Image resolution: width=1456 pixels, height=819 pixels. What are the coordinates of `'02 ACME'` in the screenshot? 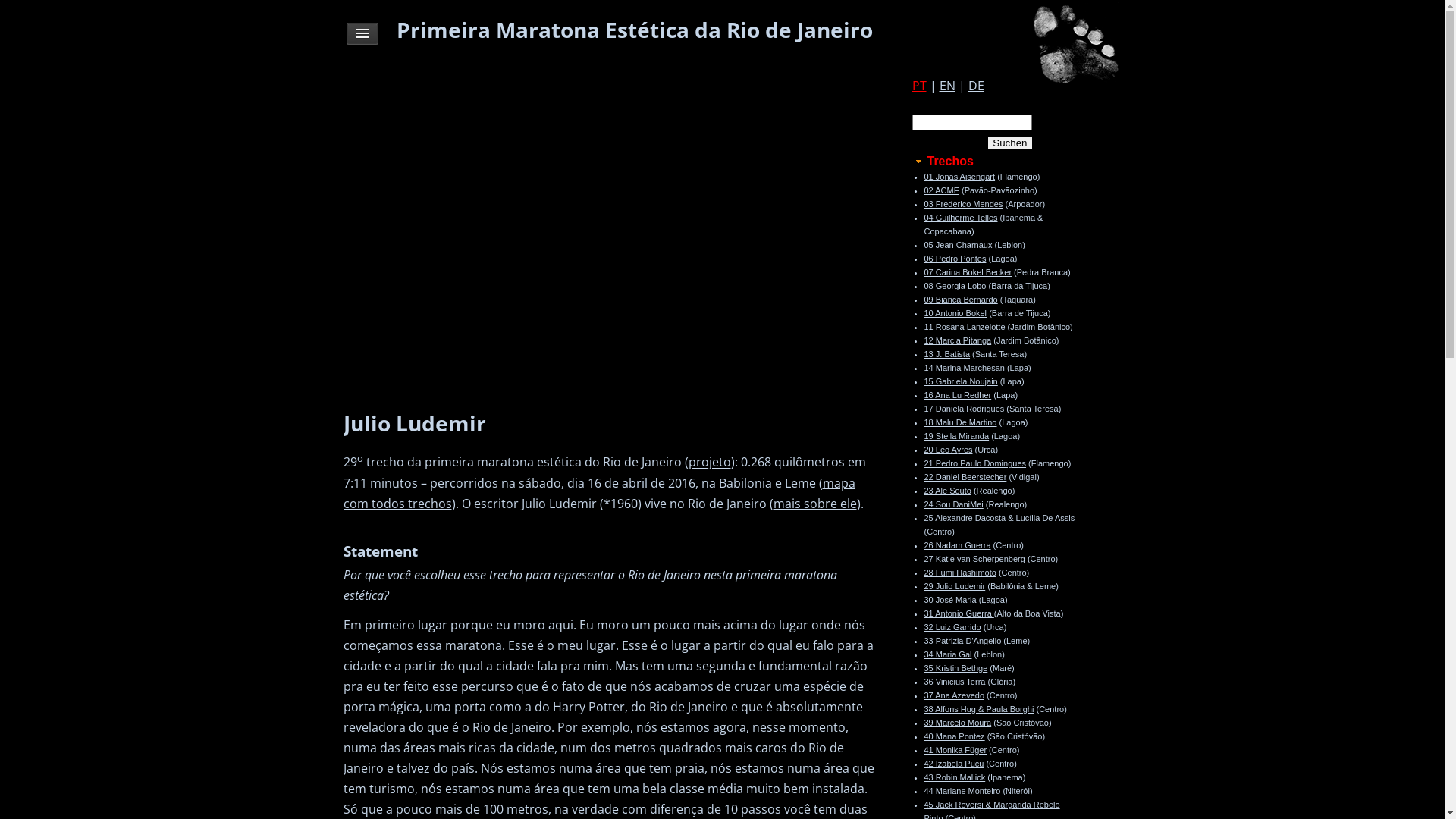 It's located at (940, 189).